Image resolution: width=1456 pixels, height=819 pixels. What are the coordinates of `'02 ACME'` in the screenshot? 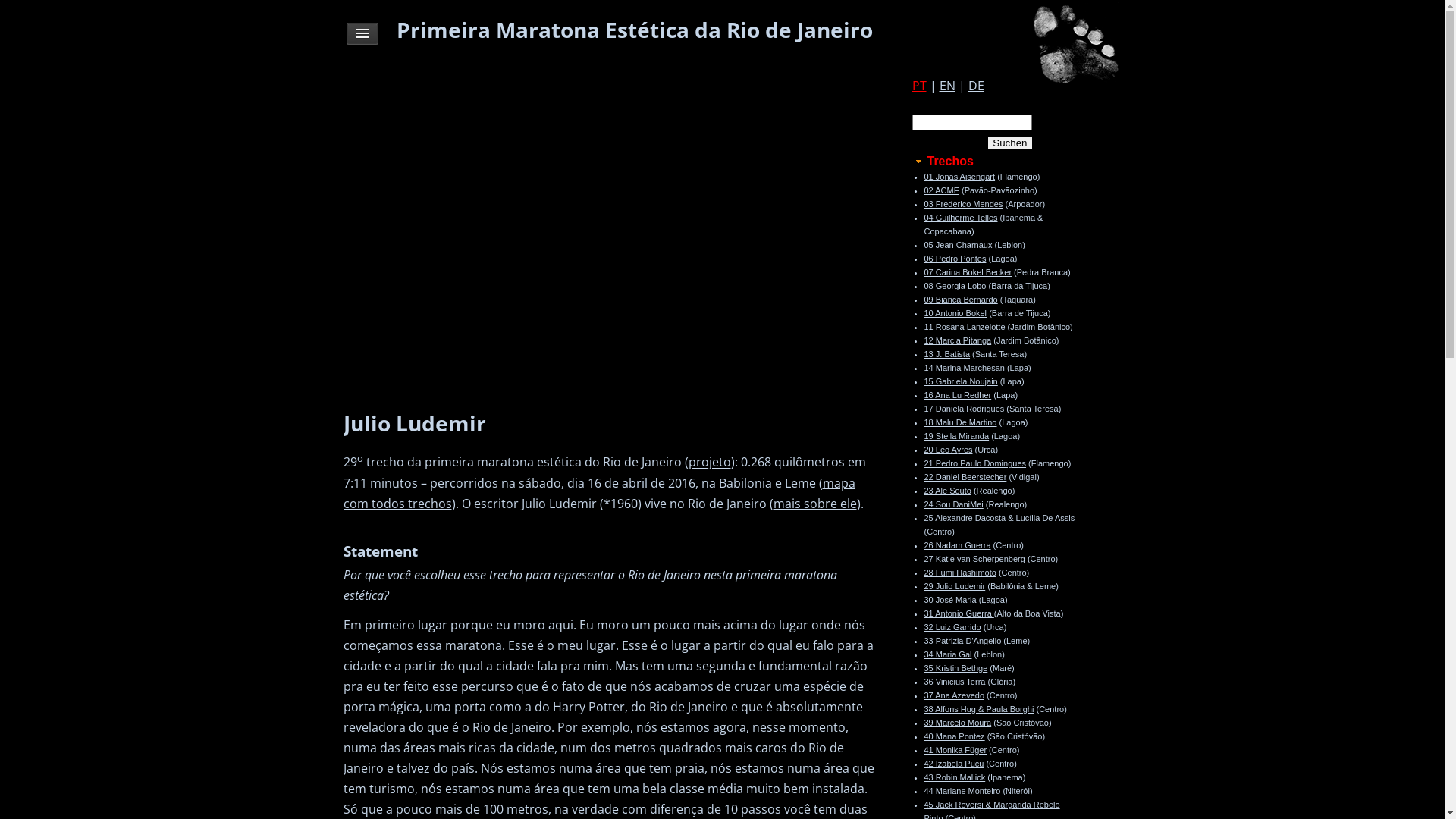 It's located at (940, 189).